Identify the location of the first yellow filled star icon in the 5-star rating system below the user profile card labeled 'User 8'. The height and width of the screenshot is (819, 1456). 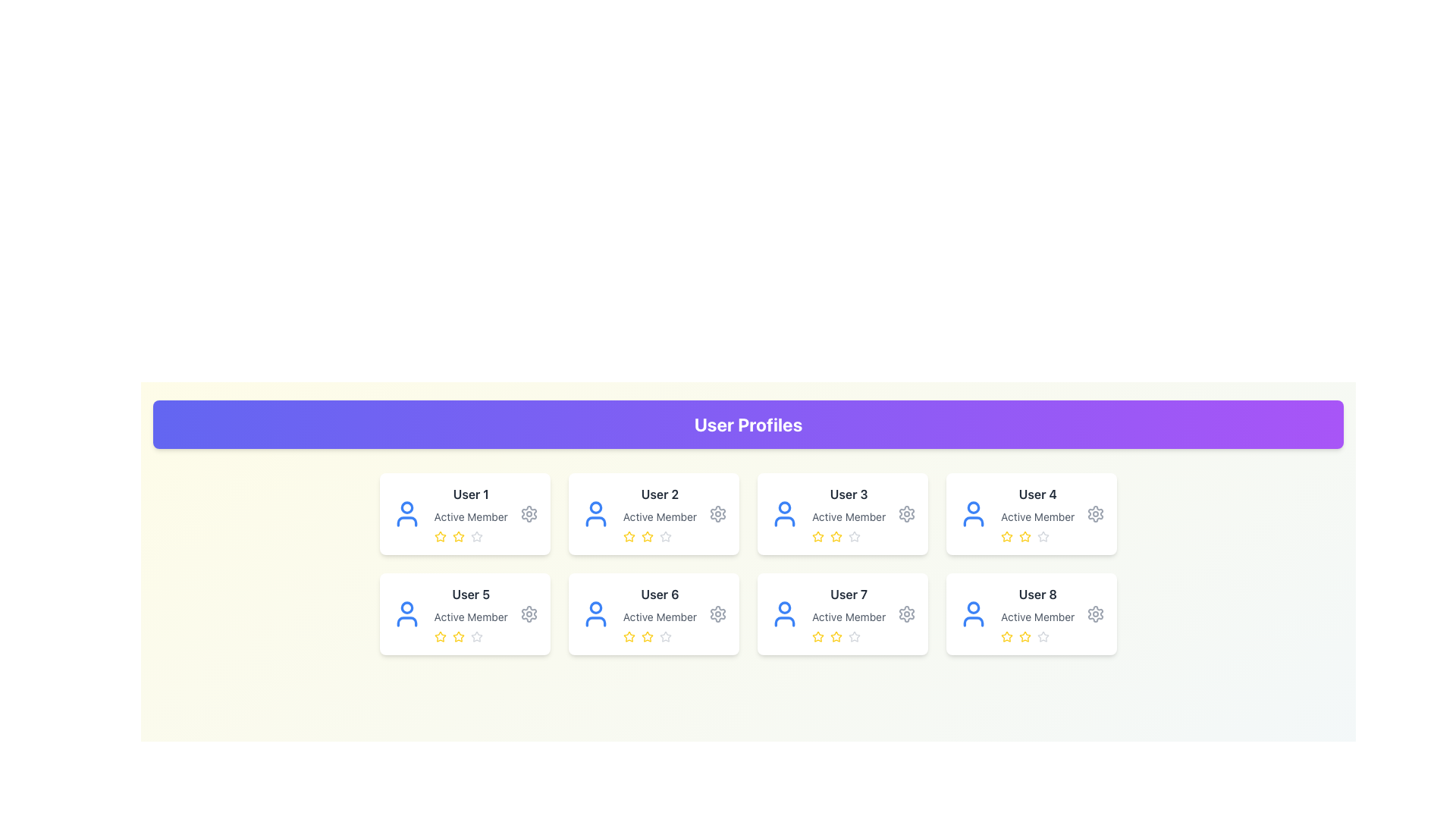
(1007, 636).